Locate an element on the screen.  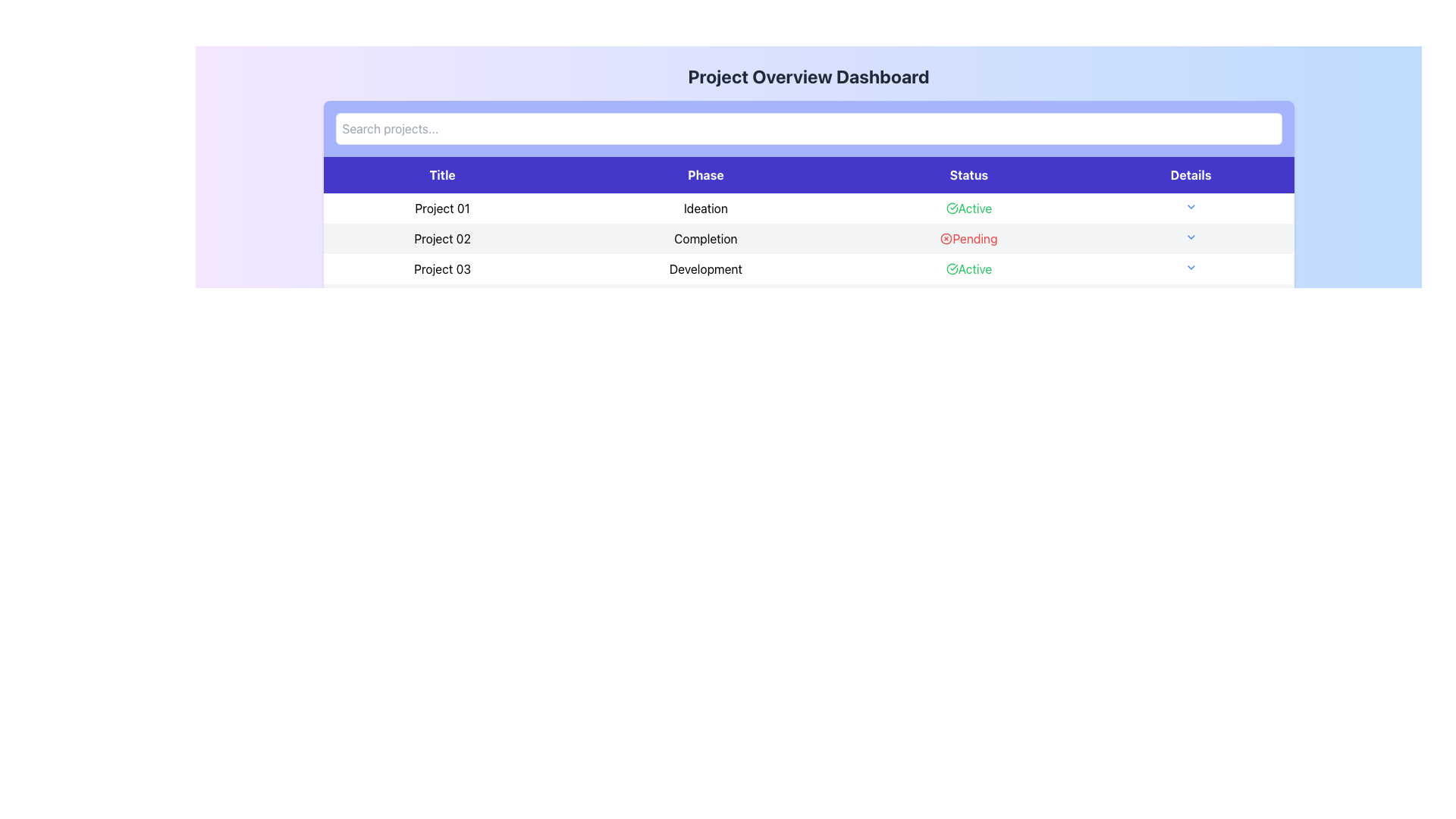
the static text label that displays 'Title' in bold white font on a solid blue background, located at the far left of the column headers in the tabular layout is located at coordinates (441, 174).